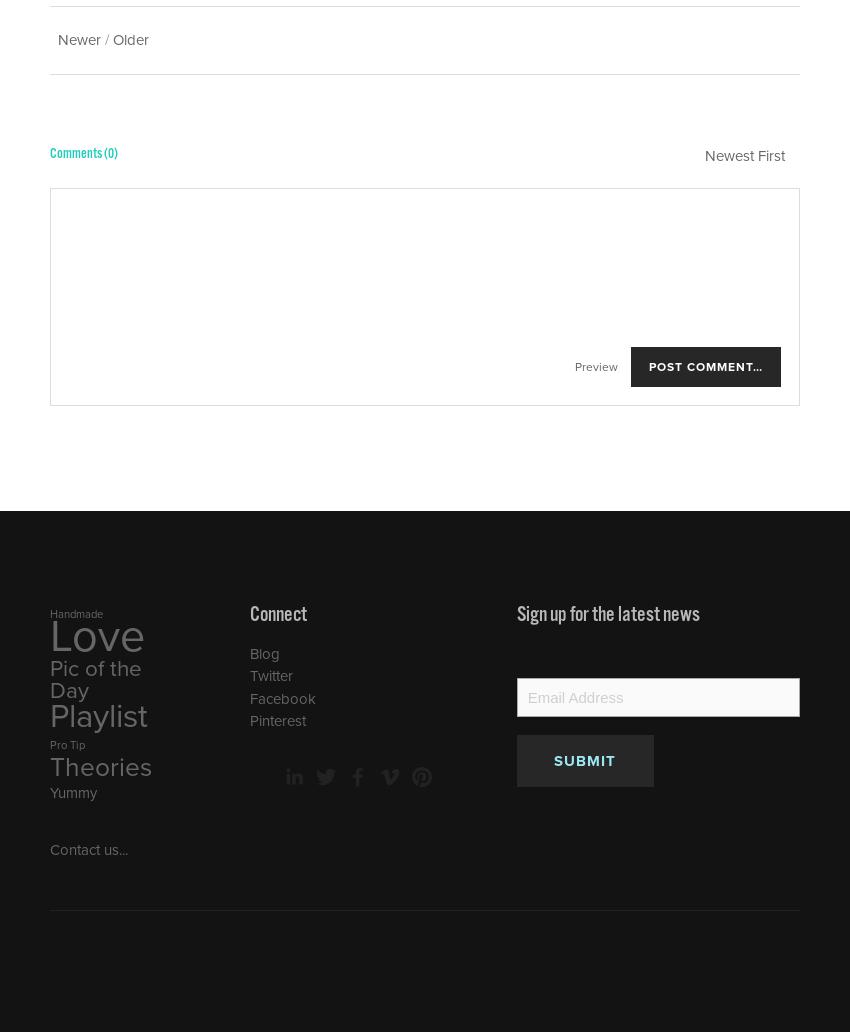  What do you see at coordinates (67, 744) in the screenshot?
I see `'Pro Tip'` at bounding box center [67, 744].